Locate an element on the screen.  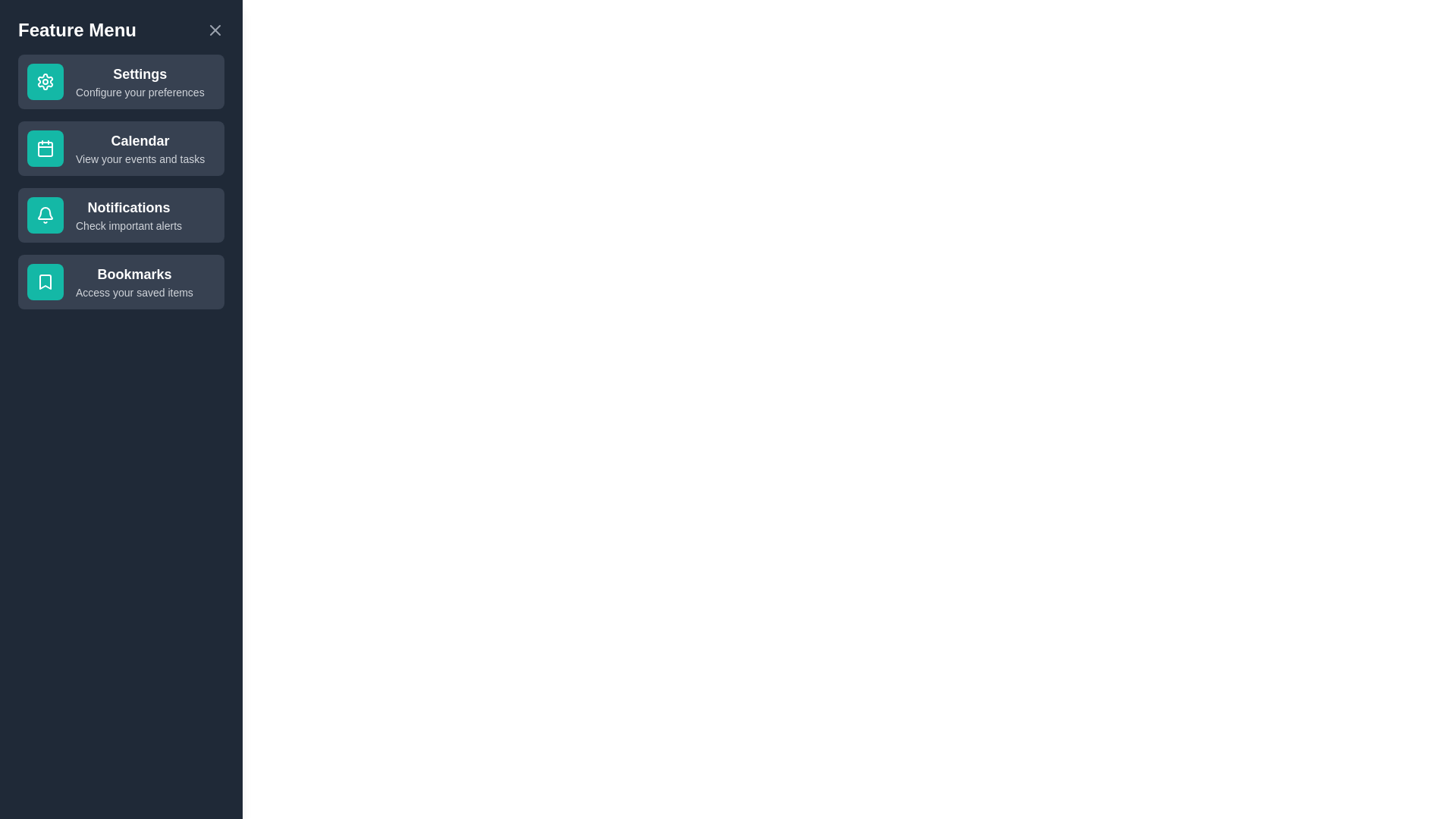
the feature Bookmarks to view its hover effect is located at coordinates (120, 281).